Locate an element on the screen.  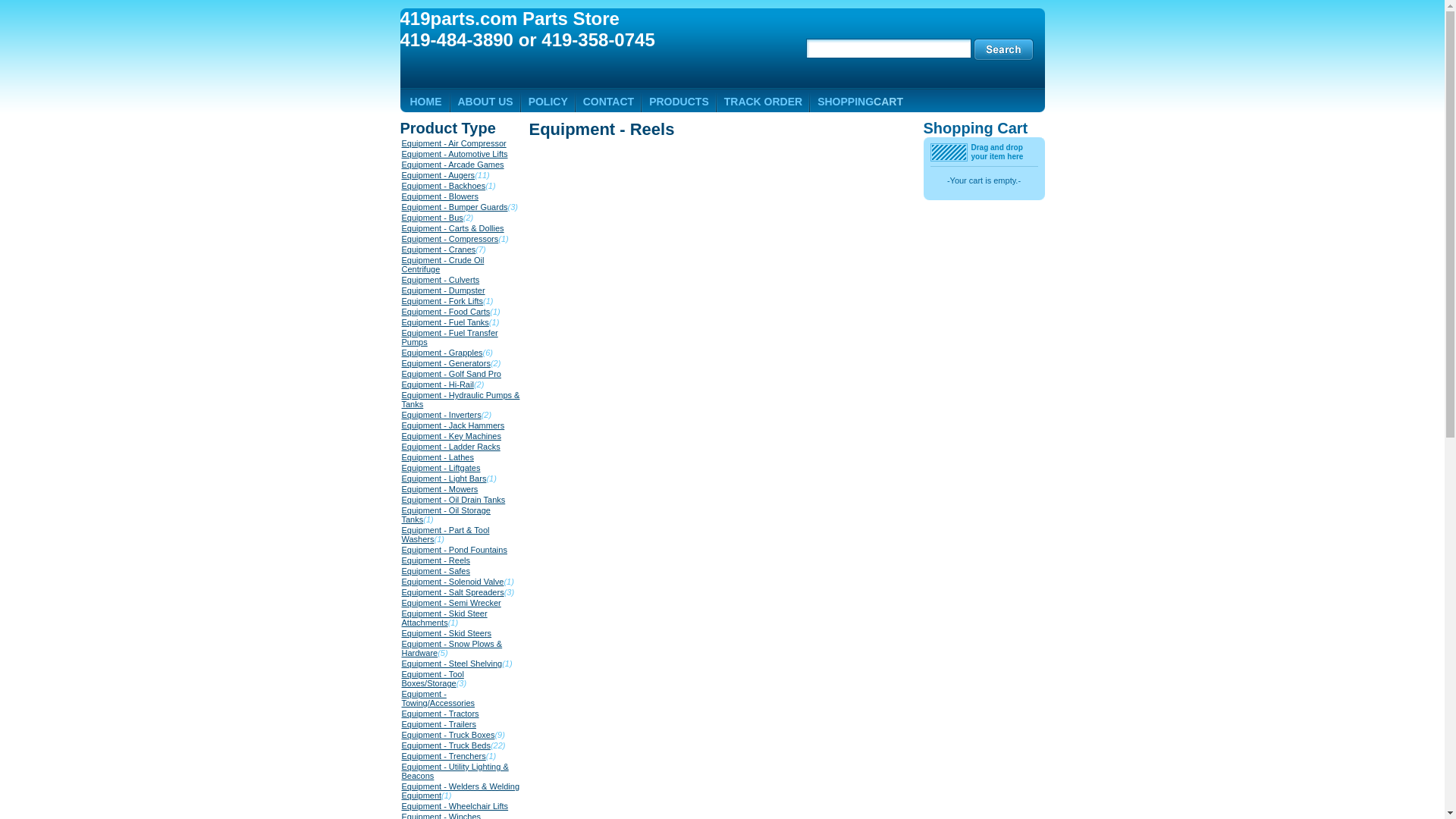
'Equipment - Tool Boxes/Storage' is located at coordinates (432, 677).